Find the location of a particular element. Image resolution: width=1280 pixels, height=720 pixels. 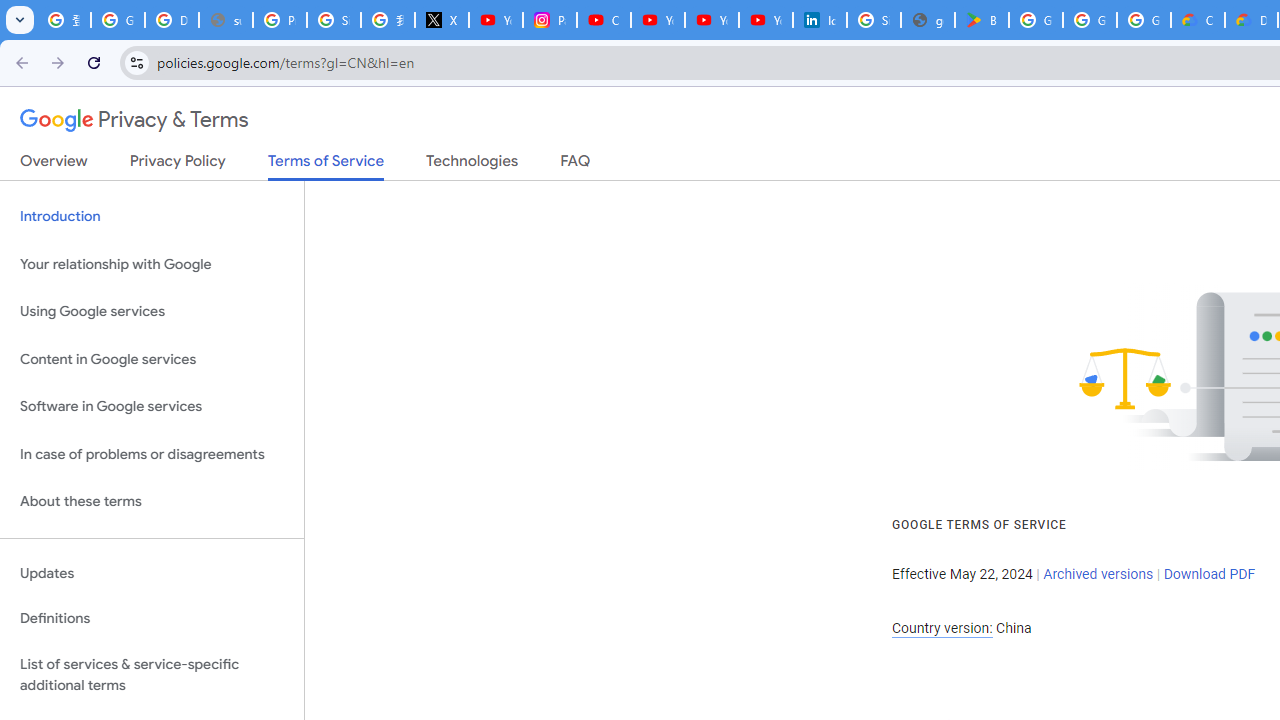

'Software in Google services' is located at coordinates (151, 406).